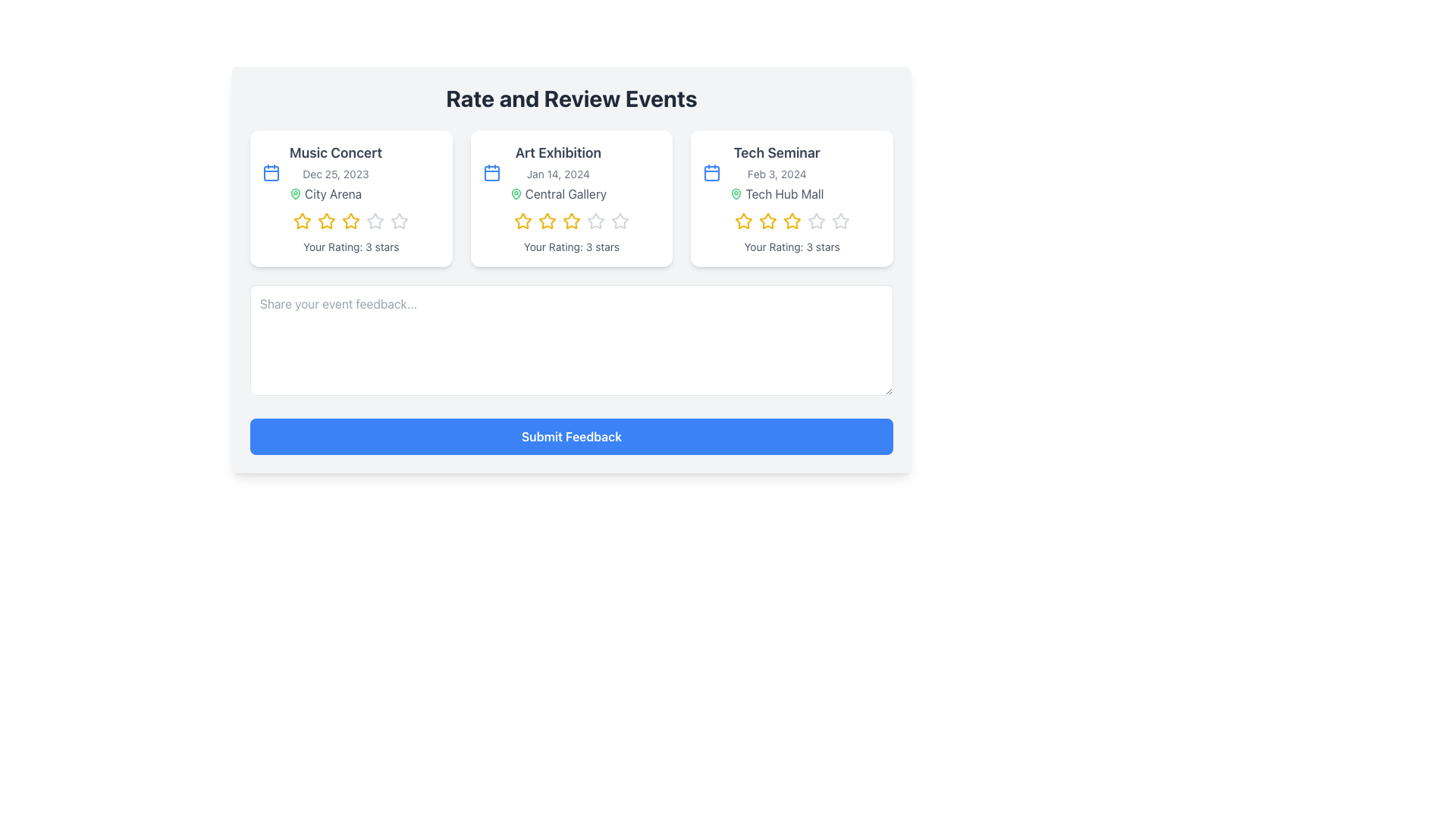 This screenshot has width=1456, height=819. Describe the element at coordinates (350, 221) in the screenshot. I see `the third star icon in the rating row of the 'Music Concert' card` at that location.